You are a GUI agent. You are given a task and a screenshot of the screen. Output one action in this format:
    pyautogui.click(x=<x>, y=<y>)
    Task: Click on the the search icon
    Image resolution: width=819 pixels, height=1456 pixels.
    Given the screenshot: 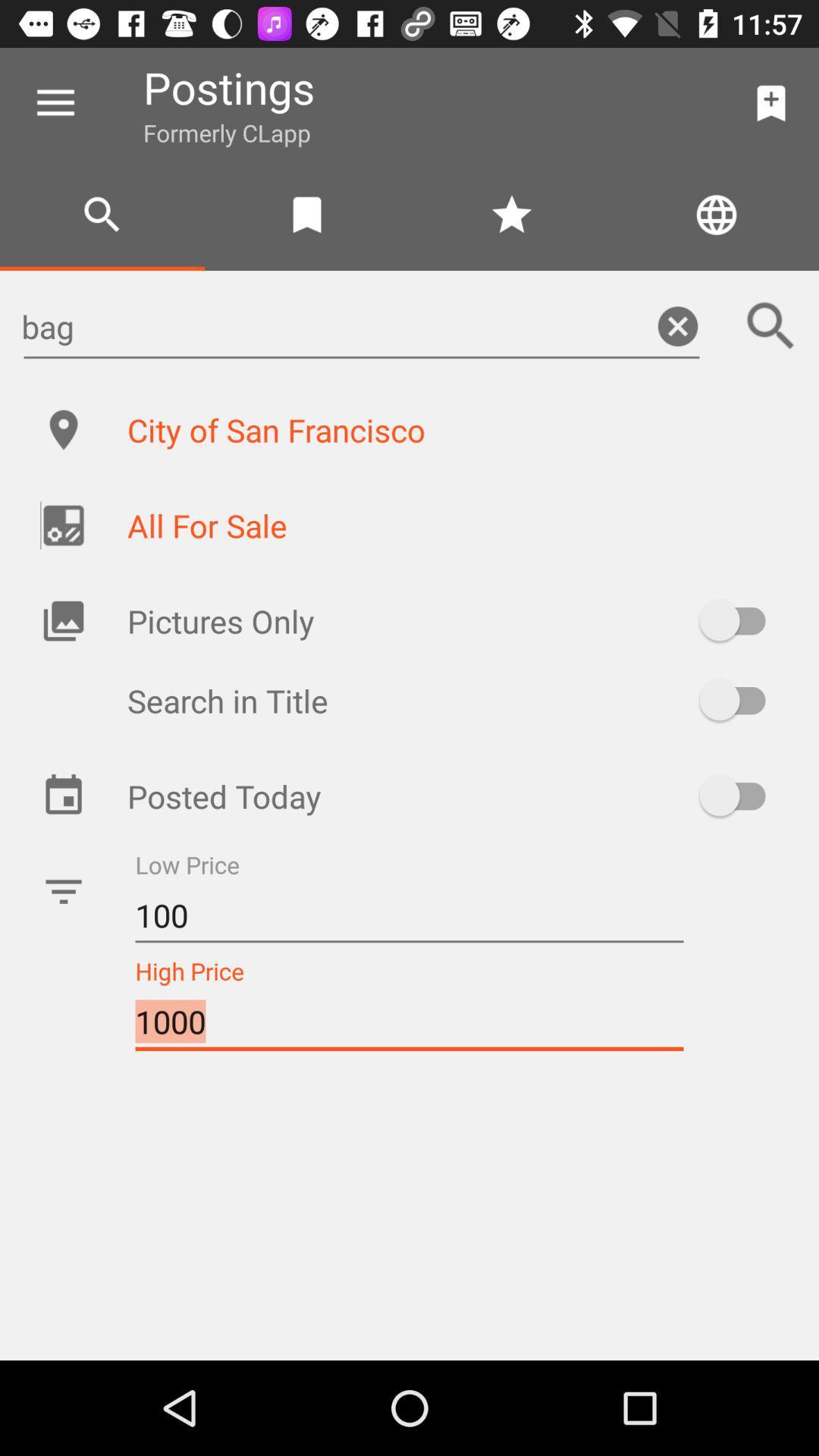 What is the action you would take?
    pyautogui.click(x=771, y=325)
    